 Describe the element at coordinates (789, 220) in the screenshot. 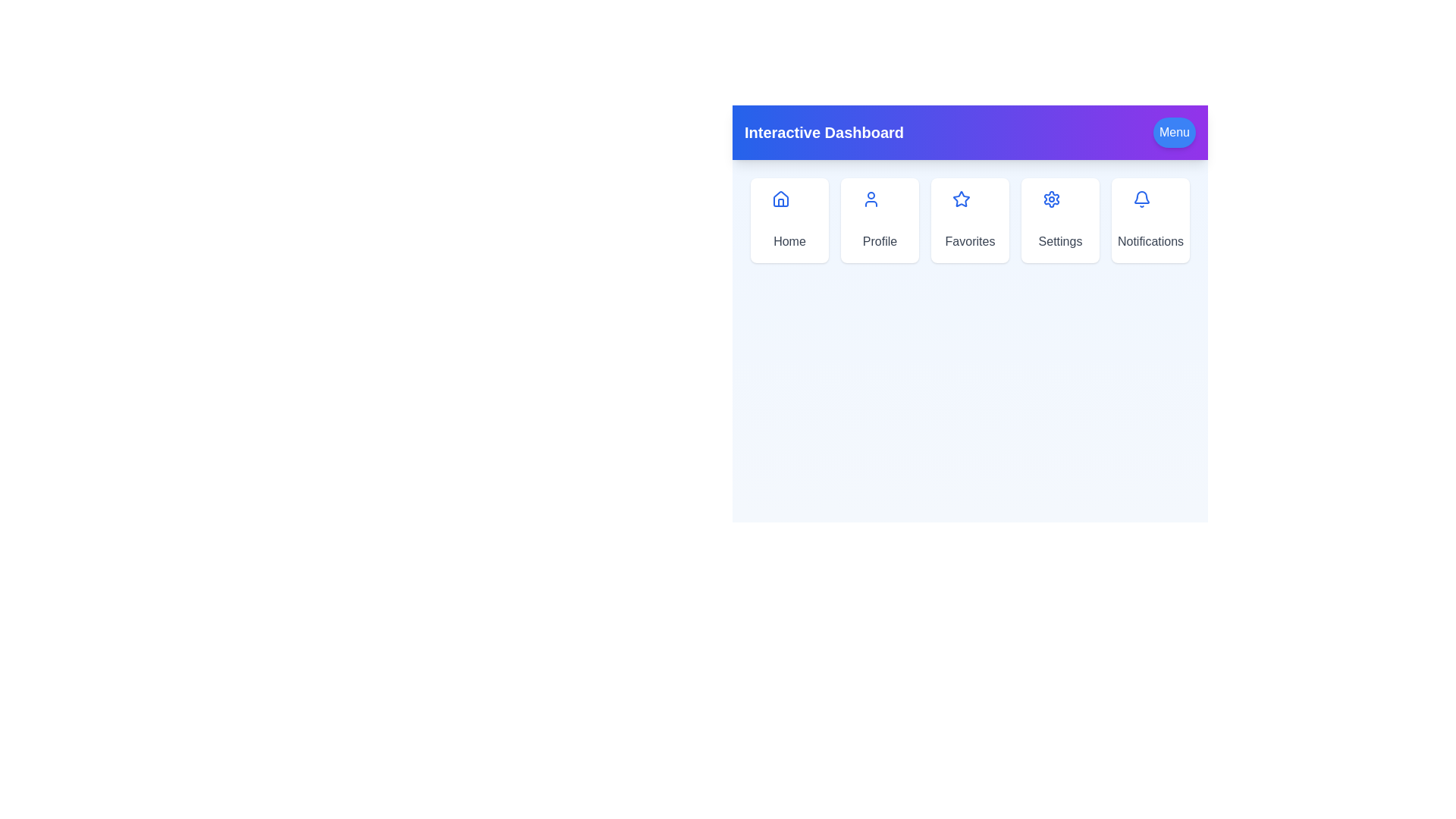

I see `the Home menu option` at that location.